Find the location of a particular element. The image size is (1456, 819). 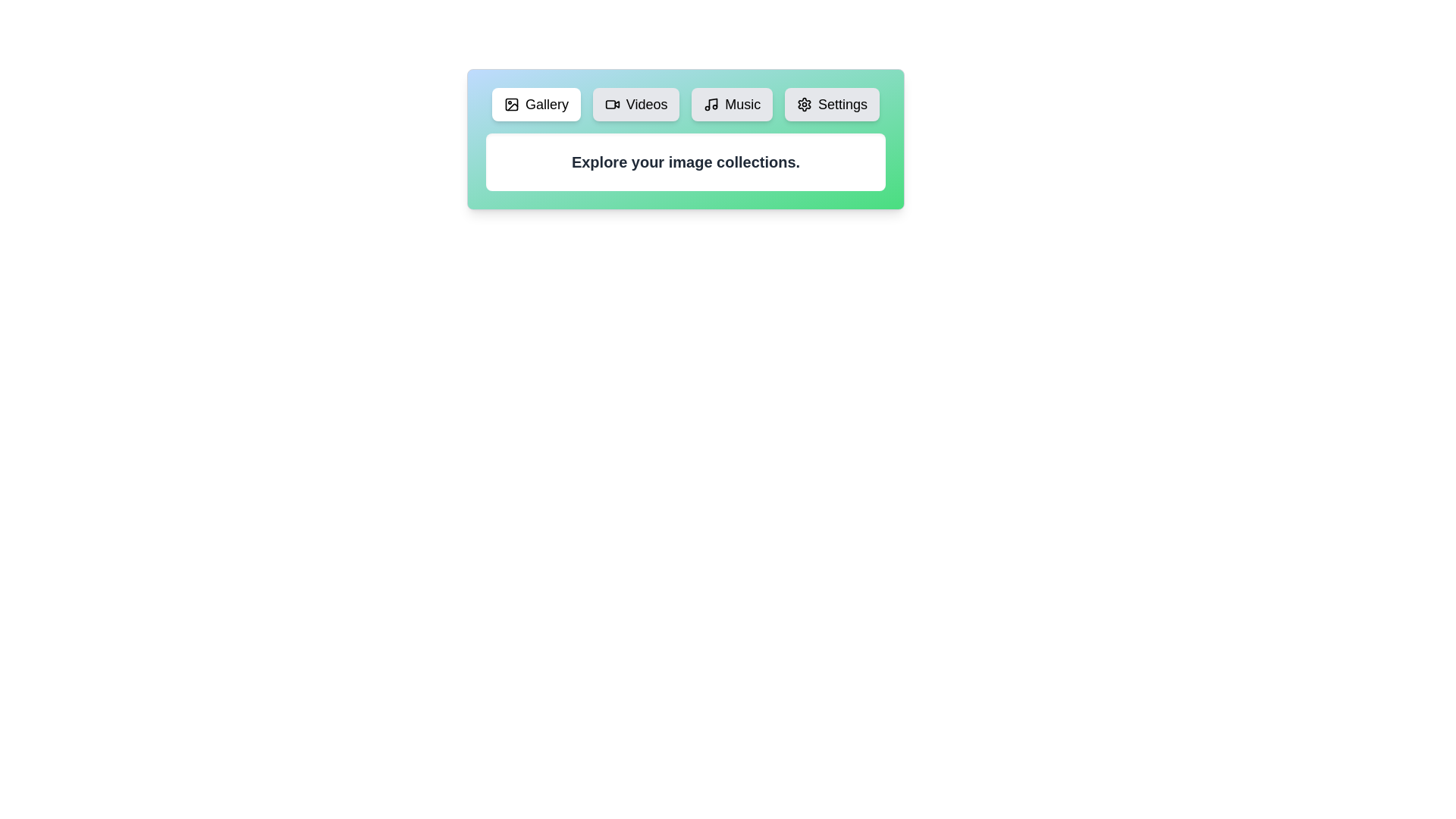

the tab labeled Gallery to view its content is located at coordinates (535, 104).